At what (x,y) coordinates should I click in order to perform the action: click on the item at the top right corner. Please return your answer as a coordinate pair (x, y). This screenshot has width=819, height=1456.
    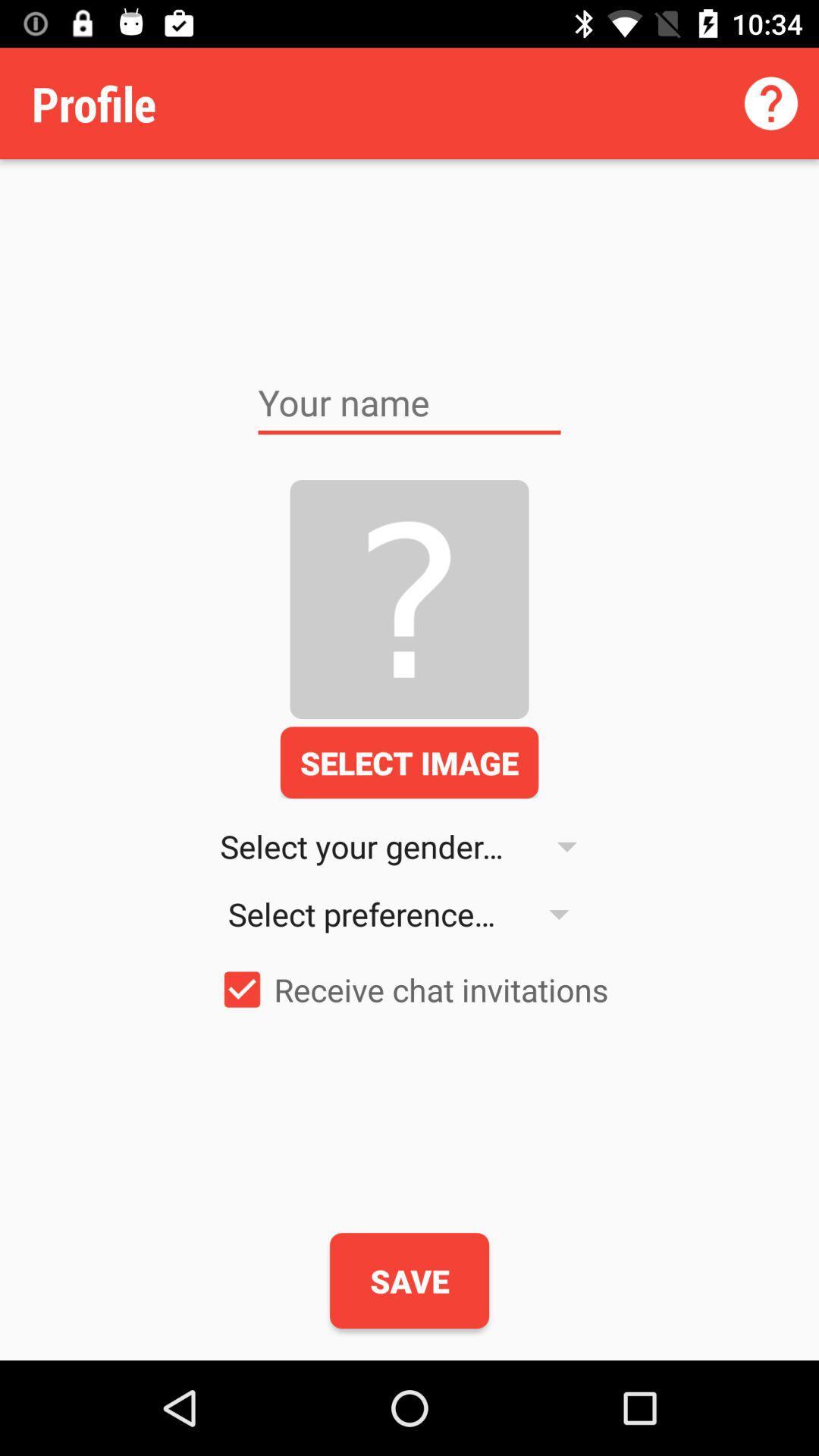
    Looking at the image, I should click on (771, 102).